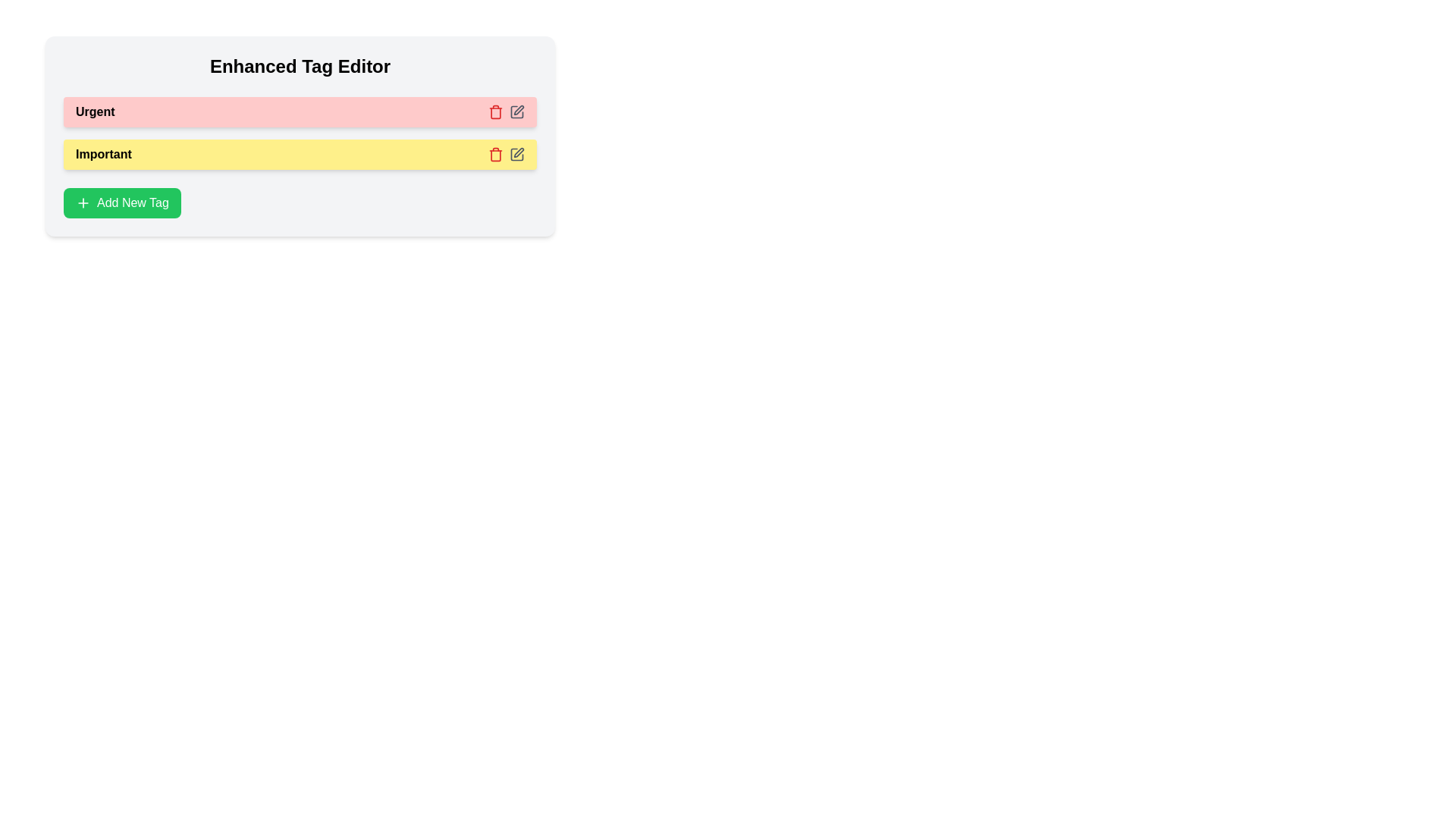 The height and width of the screenshot is (819, 1456). Describe the element at coordinates (102, 155) in the screenshot. I see `the 'Important' text label displayed in bold on a yellow-highlighted background bar, which is the second item in a list of tags` at that location.